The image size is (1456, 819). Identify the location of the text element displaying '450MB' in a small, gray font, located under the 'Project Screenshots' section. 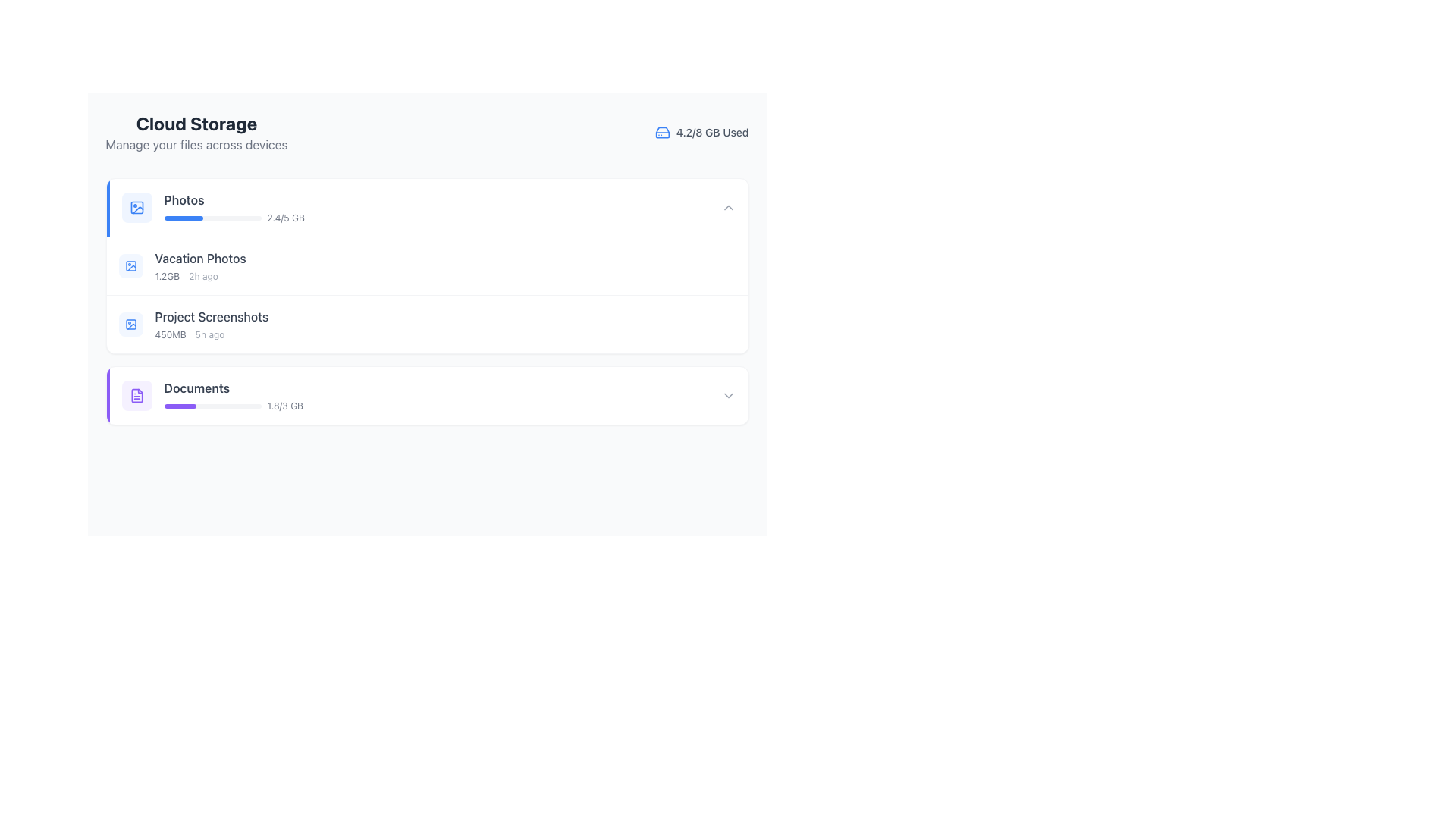
(171, 334).